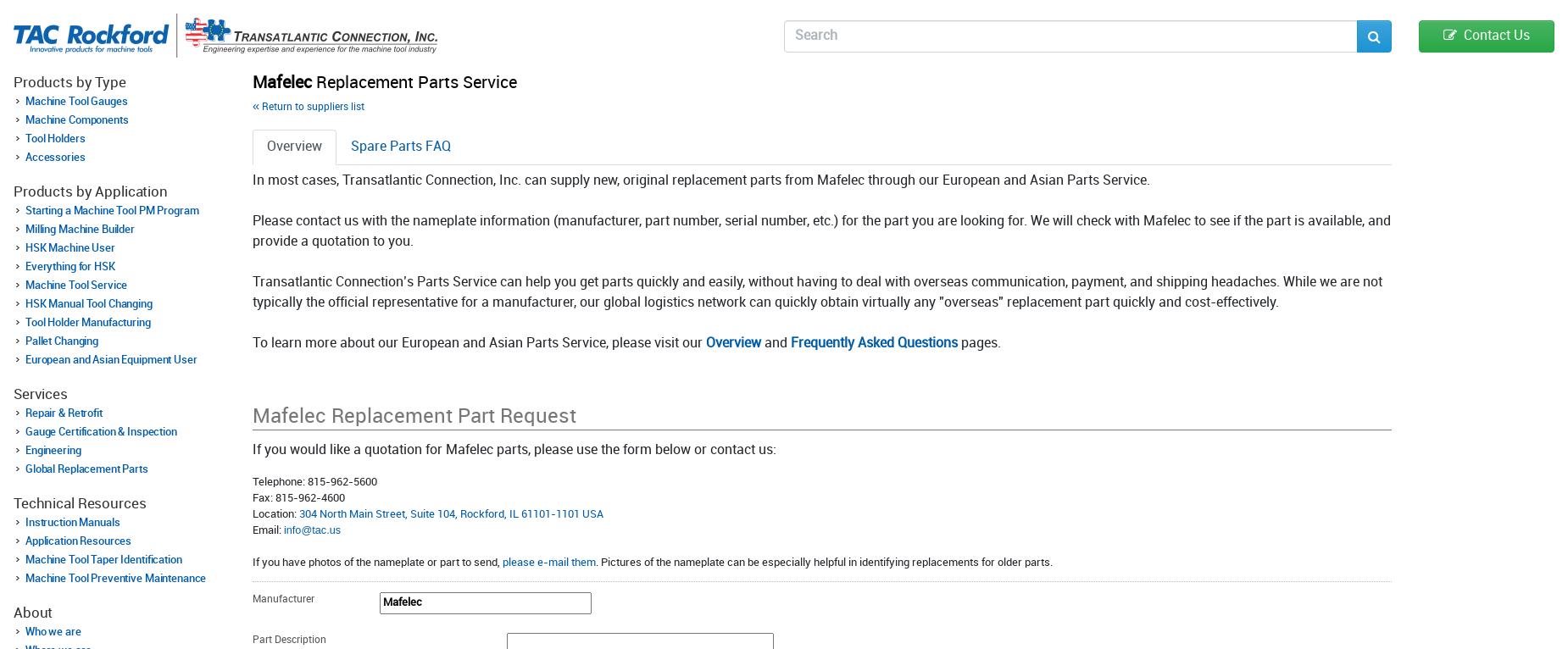 The image size is (1568, 649). I want to click on 'Machine Tool Gauges', so click(75, 102).